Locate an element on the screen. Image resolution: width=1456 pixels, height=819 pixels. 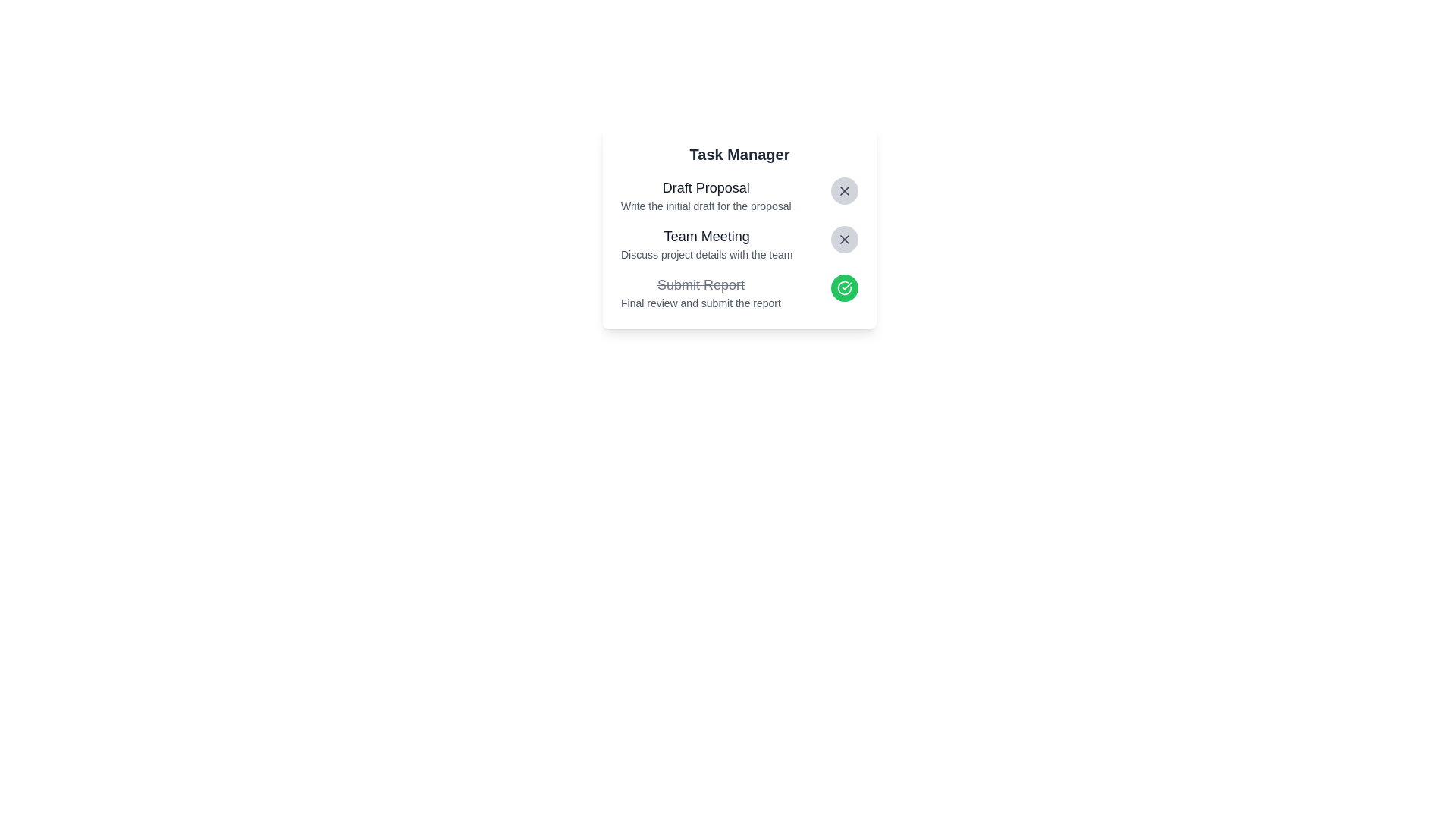
the text label reading 'Discuss project details with the team', which is styled in a small font and light gray color, located below the title 'Team Meeting' is located at coordinates (706, 253).